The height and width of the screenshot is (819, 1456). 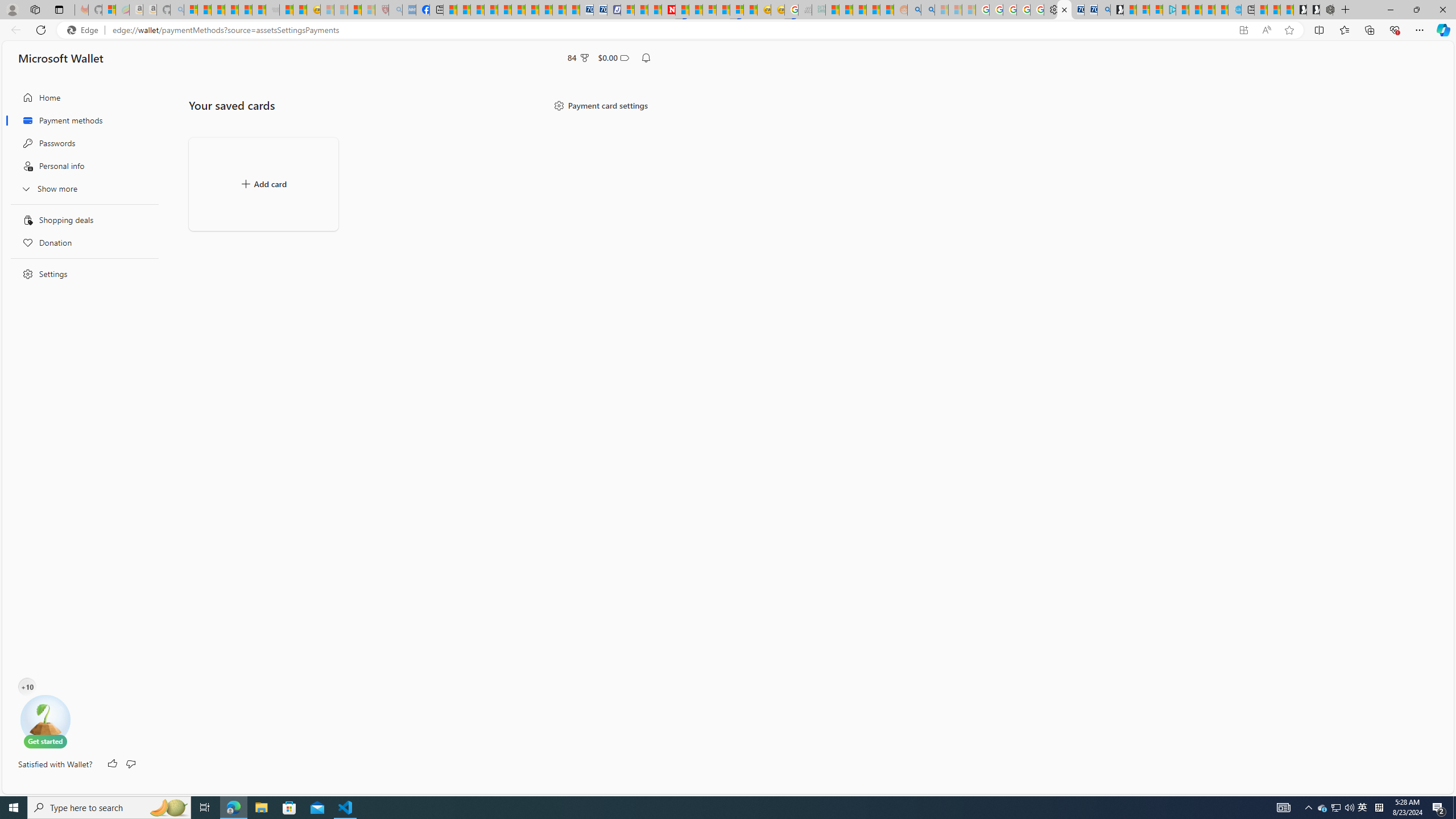 I want to click on 'Class: ___1lmltc5 f1agt3bx f12qytpq', so click(x=624, y=58).